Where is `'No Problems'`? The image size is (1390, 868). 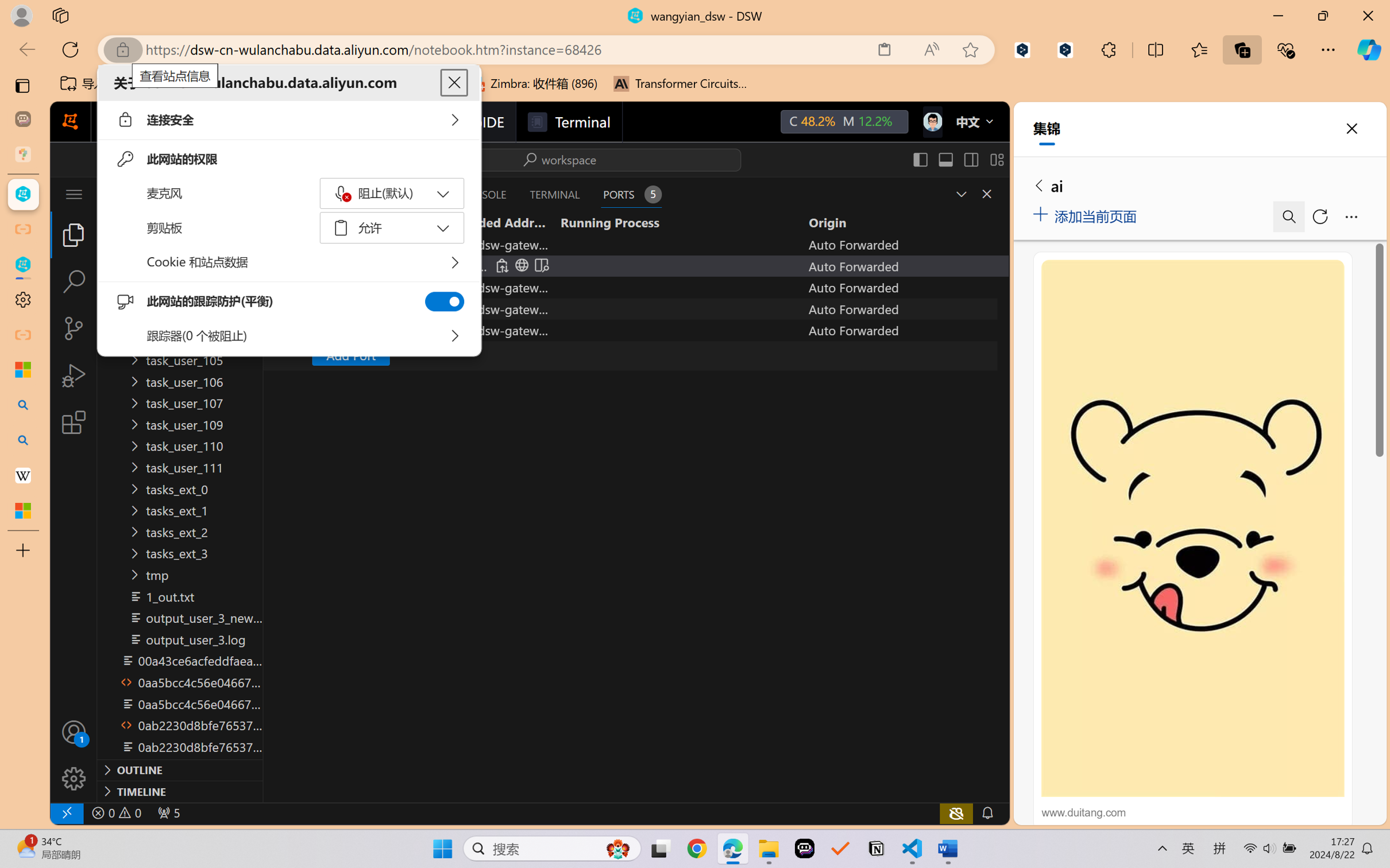 'No Problems' is located at coordinates (115, 812).